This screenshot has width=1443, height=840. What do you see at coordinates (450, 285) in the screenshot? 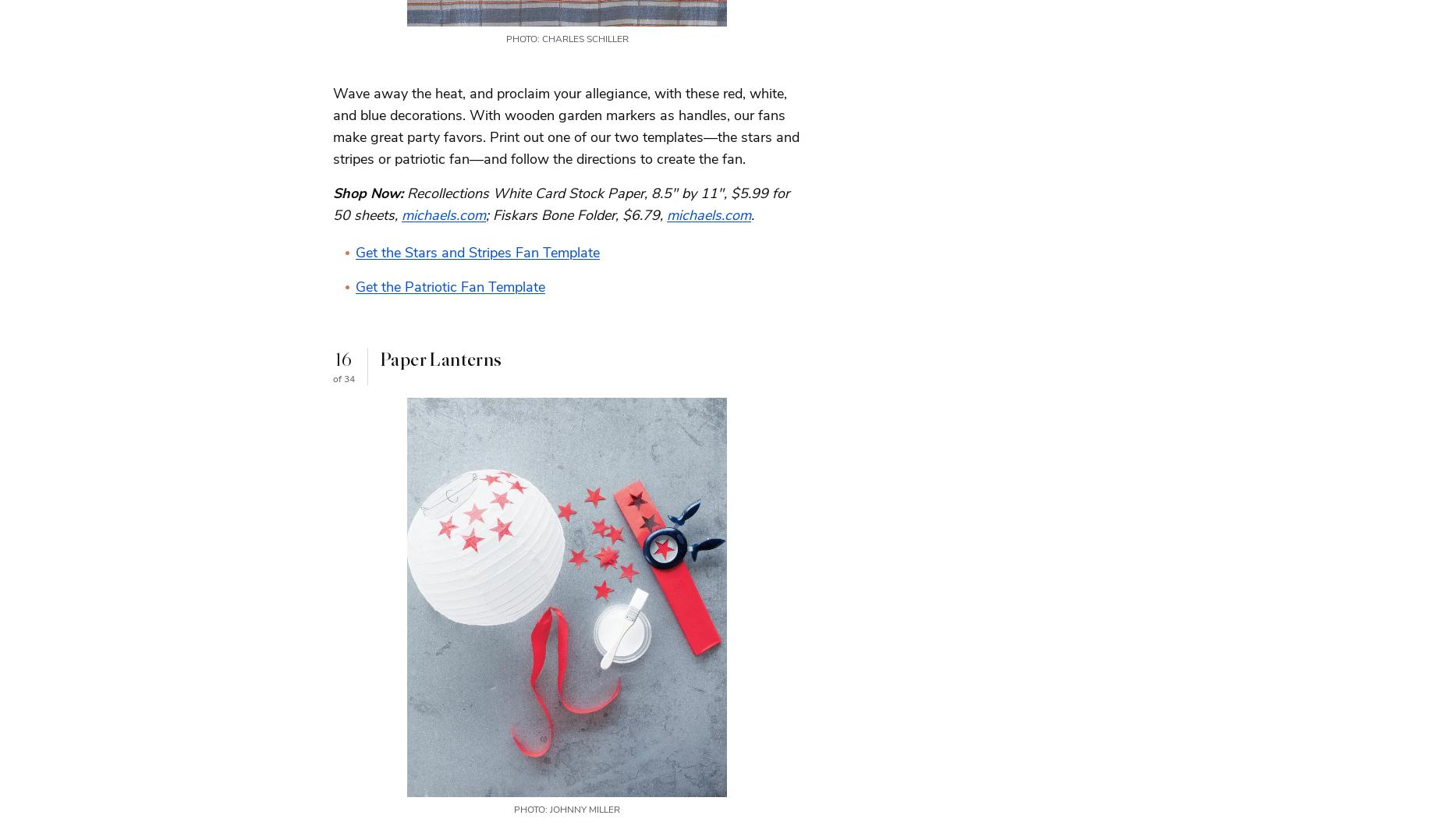
I see `'Get the Patriotic Fan Template'` at bounding box center [450, 285].